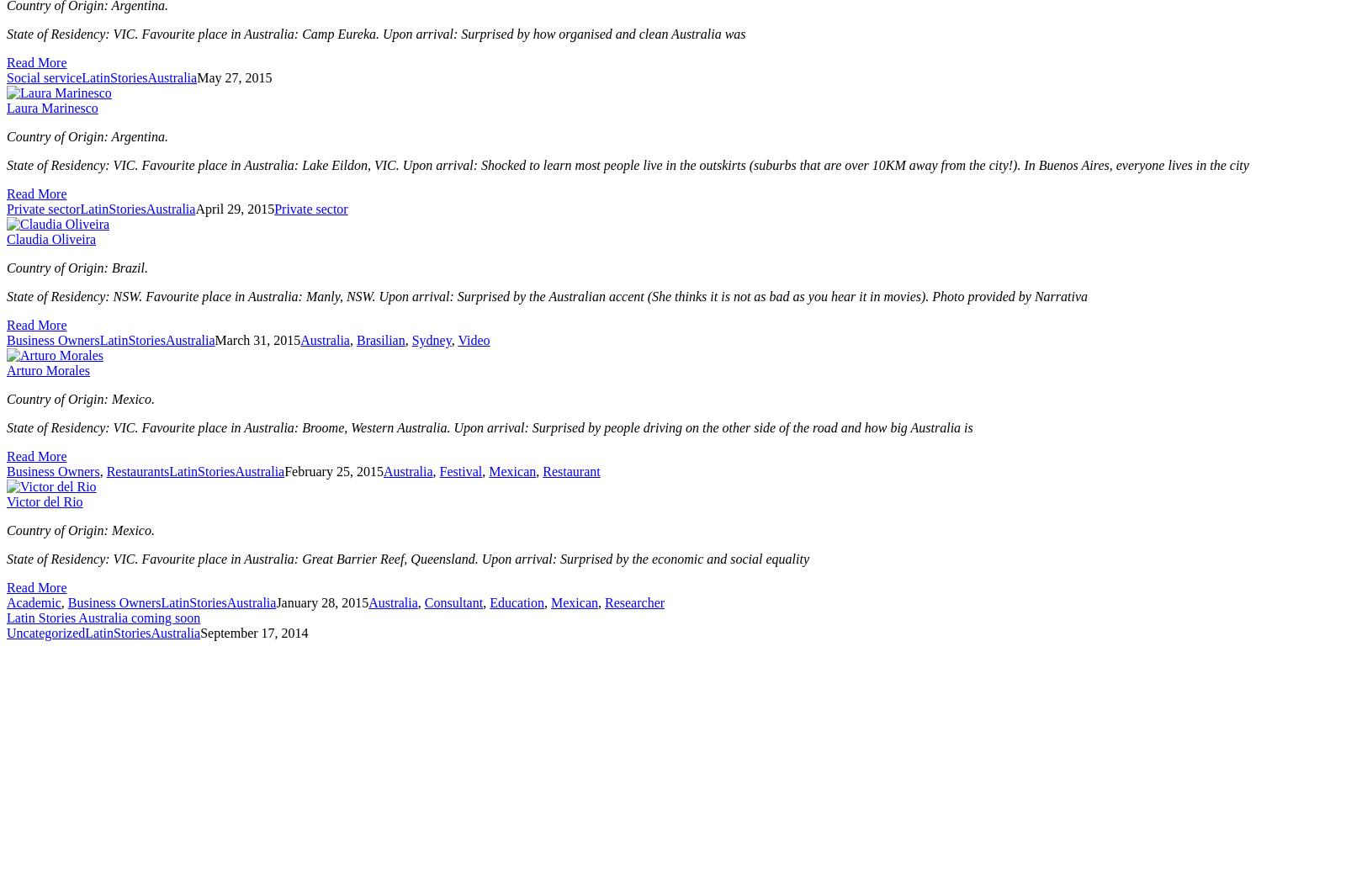  Describe the element at coordinates (136, 471) in the screenshot. I see `'Restaurants'` at that location.